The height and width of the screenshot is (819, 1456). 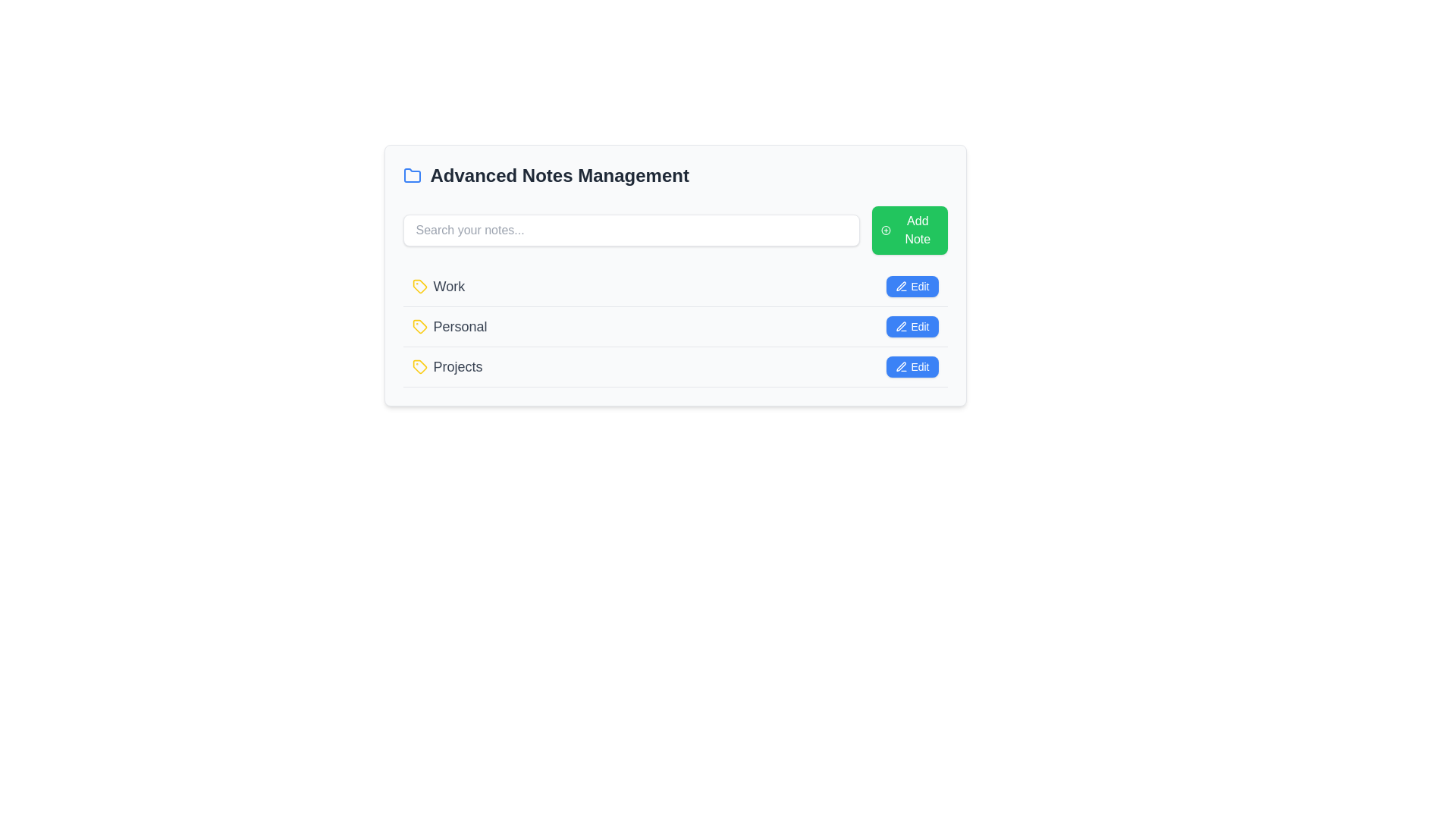 What do you see at coordinates (438, 287) in the screenshot?
I see `the 'Work' text label that features a yellow tag-shaped icon, positioned as the first entry in a list under 'Advanced Notes Management'` at bounding box center [438, 287].